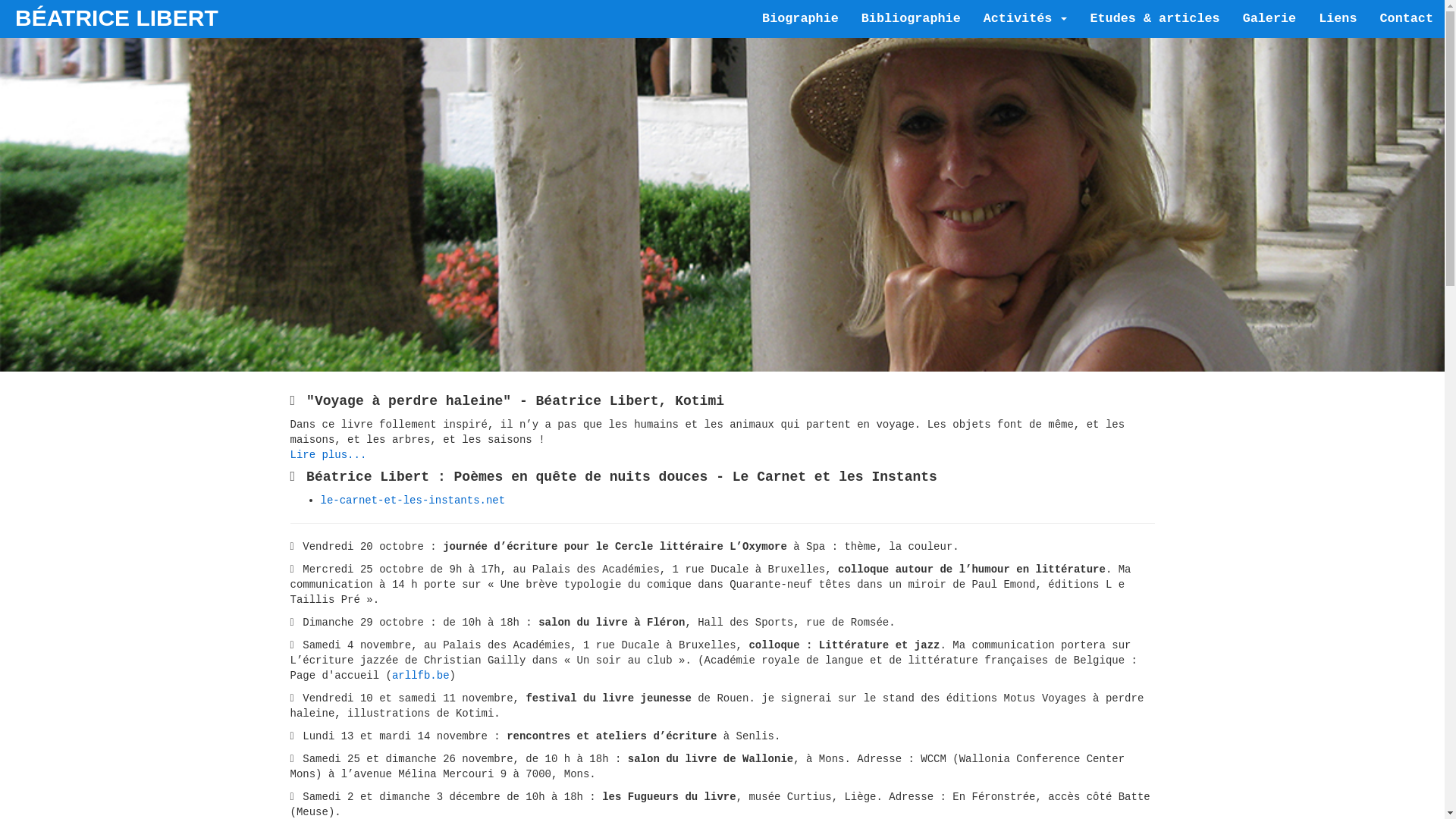 This screenshot has width=1456, height=819. Describe the element at coordinates (421, 675) in the screenshot. I see `'arllfb.be'` at that location.